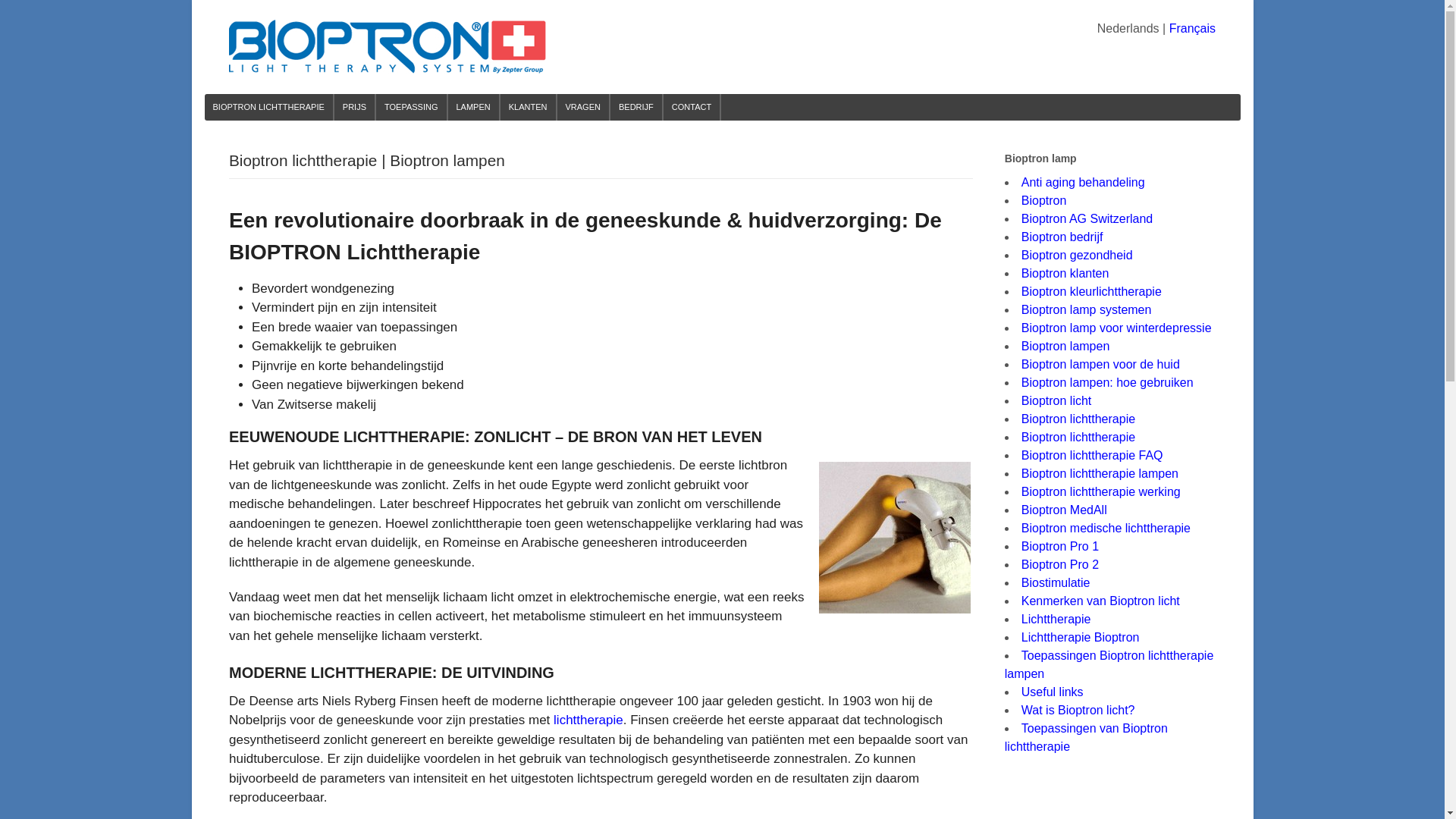 This screenshot has width=1456, height=819. What do you see at coordinates (1090, 291) in the screenshot?
I see `'Bioptron kleurlichttherapie'` at bounding box center [1090, 291].